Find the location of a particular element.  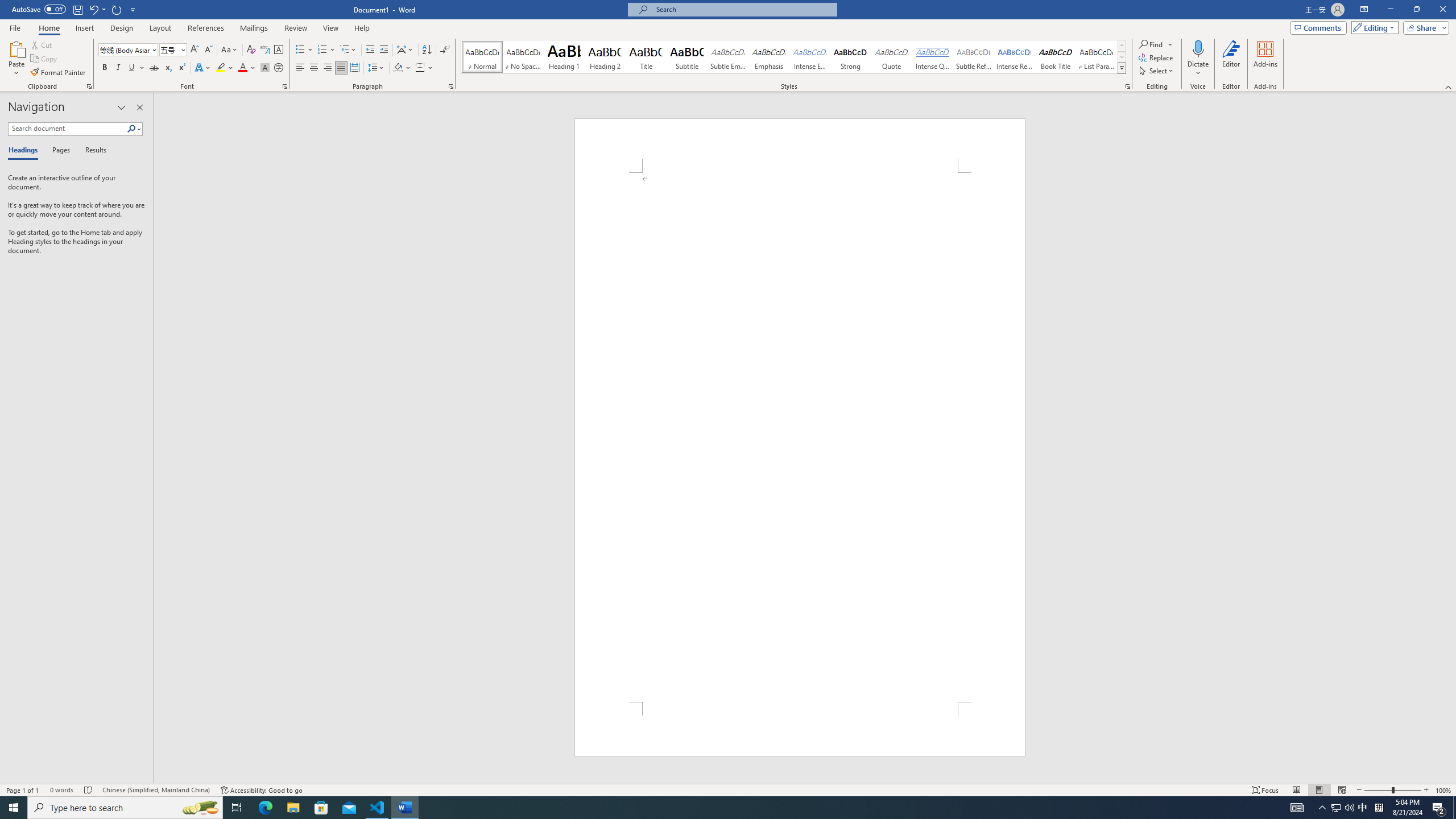

'Intense Emphasis' is located at coordinates (809, 56).